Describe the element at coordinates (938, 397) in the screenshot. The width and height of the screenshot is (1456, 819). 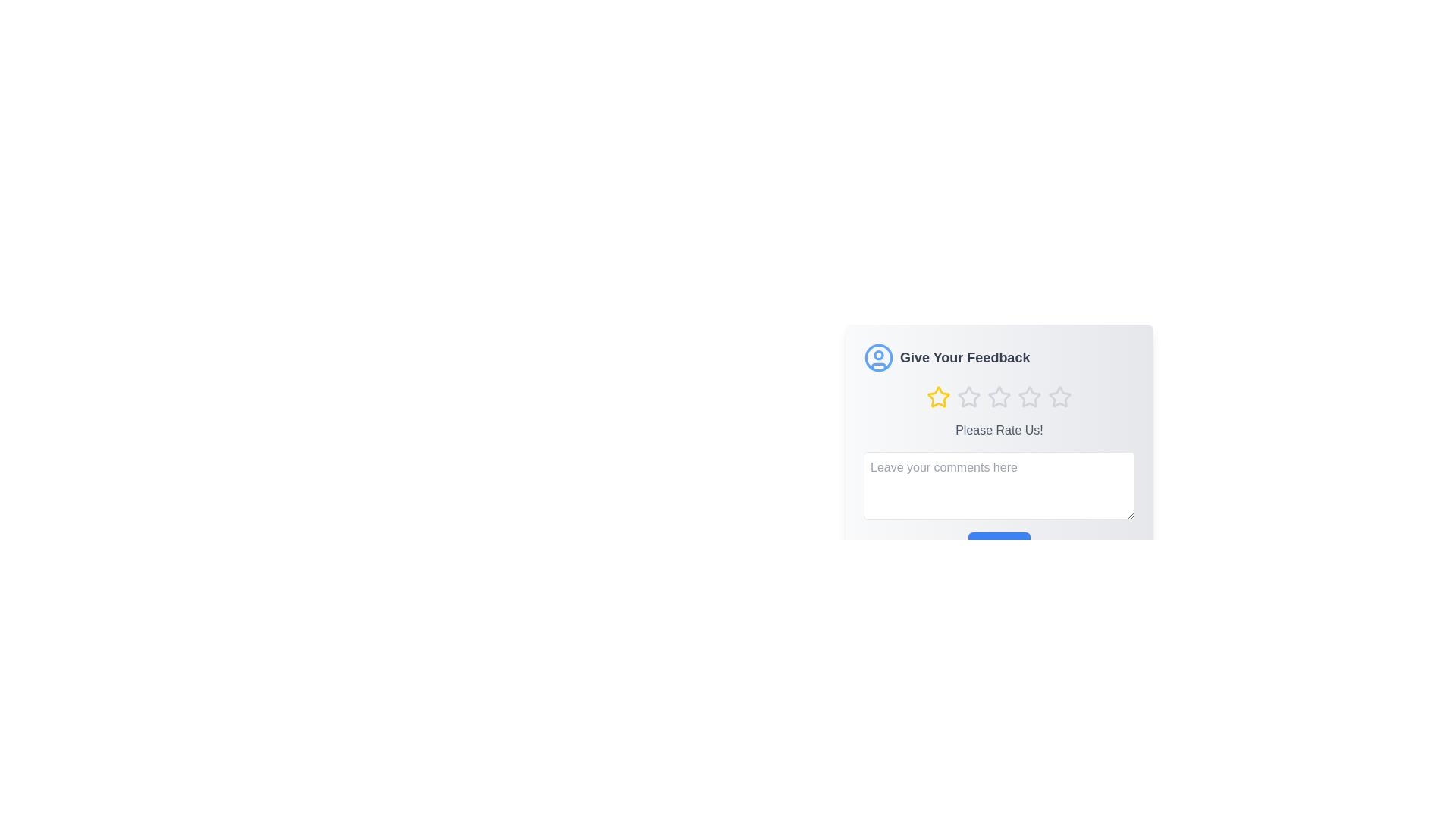
I see `the first star-shaped icon with a yellow outline in the feedback modal for visual feedback` at that location.